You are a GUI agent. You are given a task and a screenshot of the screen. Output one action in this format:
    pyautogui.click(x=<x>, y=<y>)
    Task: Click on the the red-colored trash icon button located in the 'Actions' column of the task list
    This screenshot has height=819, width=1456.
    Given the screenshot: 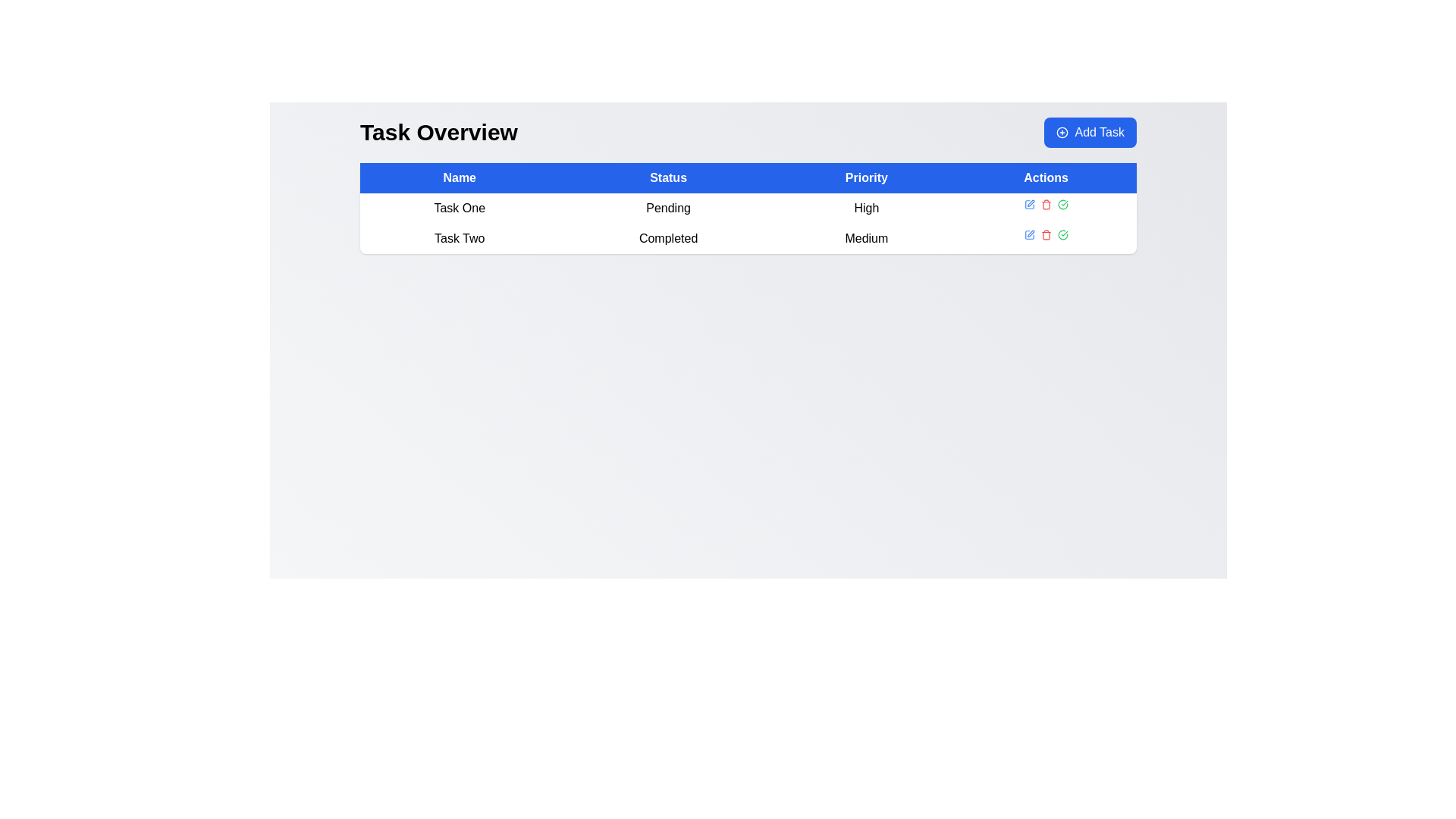 What is the action you would take?
    pyautogui.click(x=1045, y=234)
    